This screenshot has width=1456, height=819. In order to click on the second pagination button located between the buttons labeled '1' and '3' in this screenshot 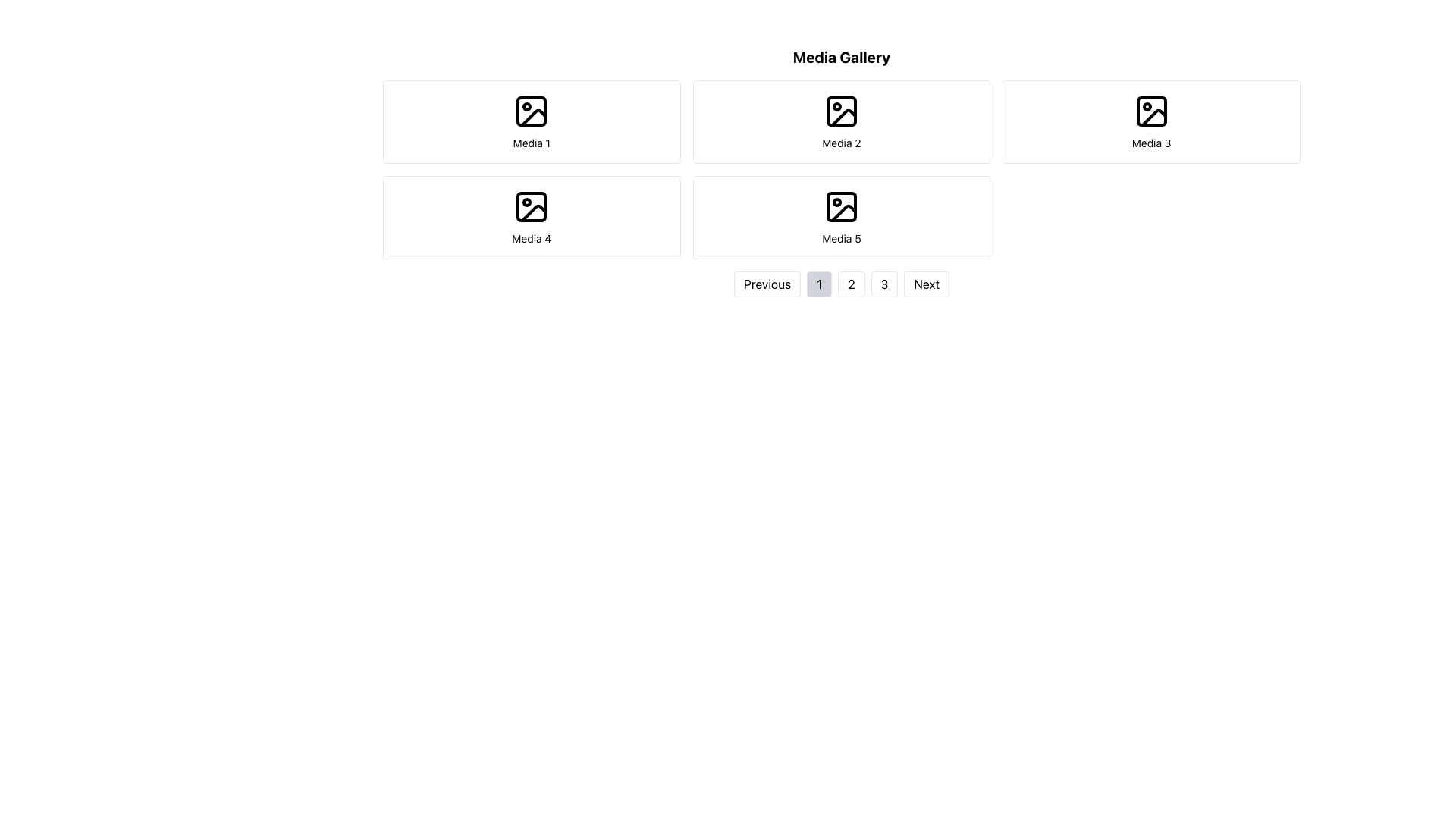, I will do `click(840, 284)`.